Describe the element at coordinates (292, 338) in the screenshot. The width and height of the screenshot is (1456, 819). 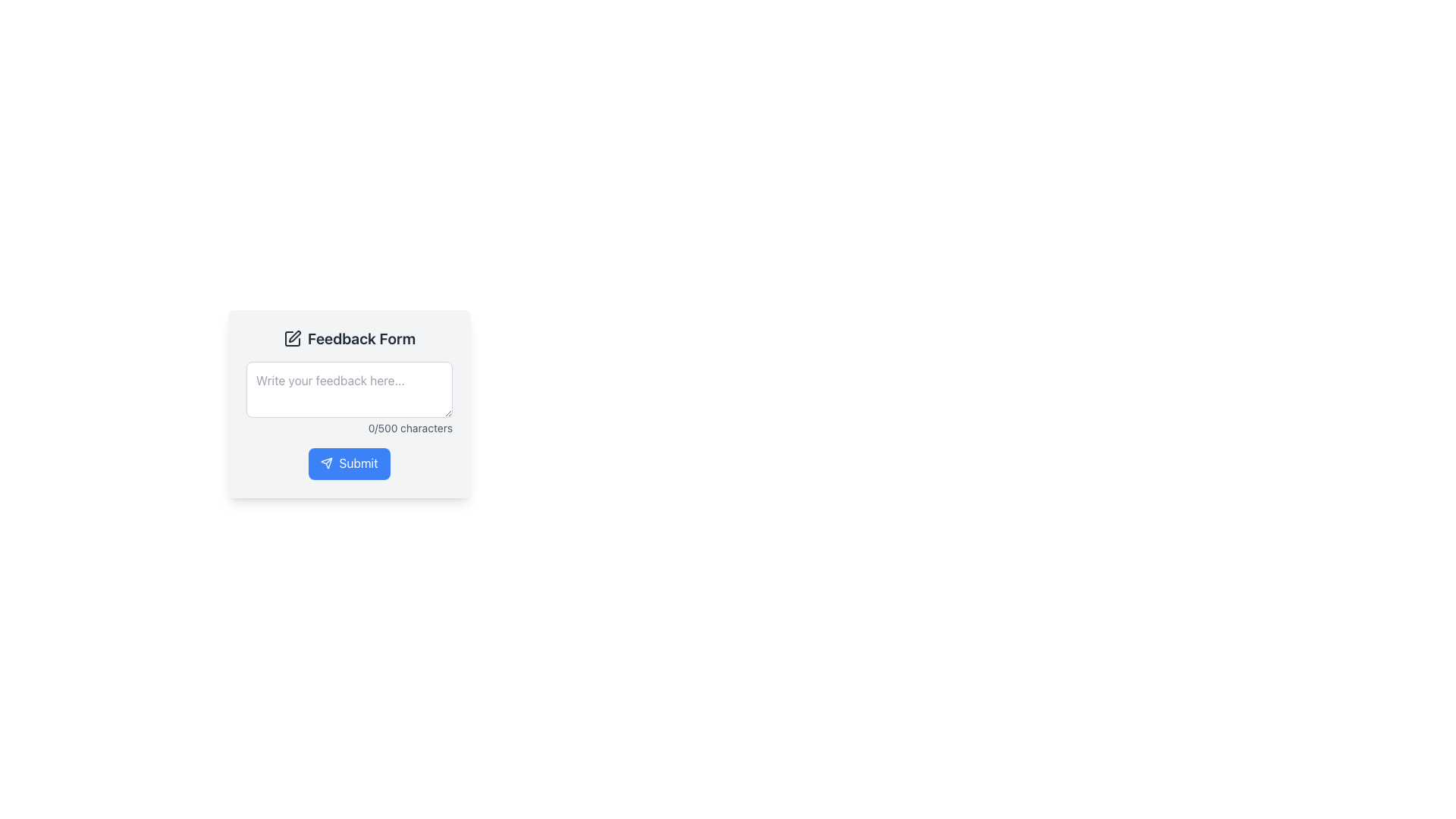
I see `the graphical icon representing feedback for the form, located to the left of the text 'Feedback Form'` at that location.